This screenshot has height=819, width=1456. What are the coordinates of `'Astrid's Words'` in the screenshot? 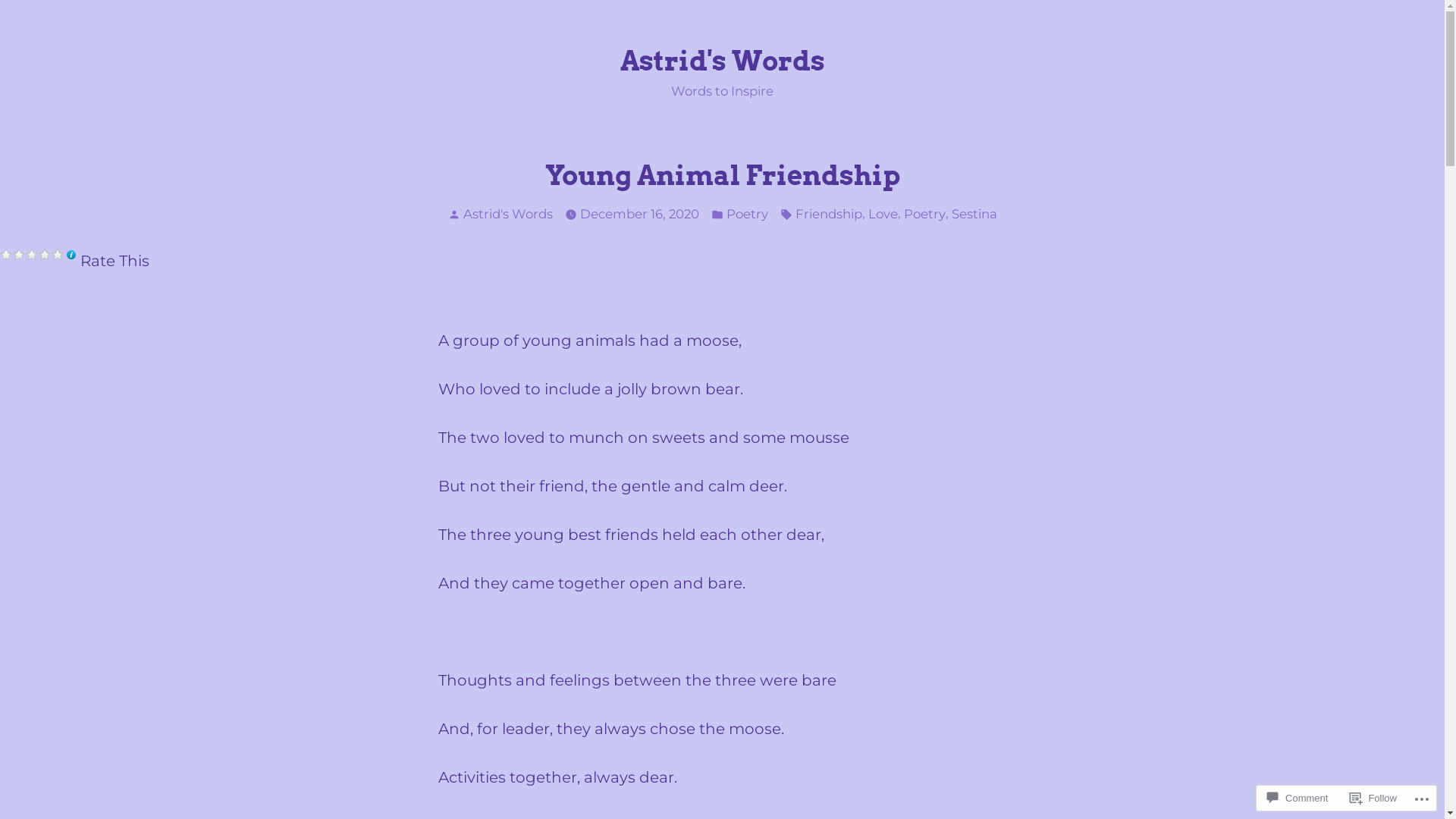 It's located at (507, 213).